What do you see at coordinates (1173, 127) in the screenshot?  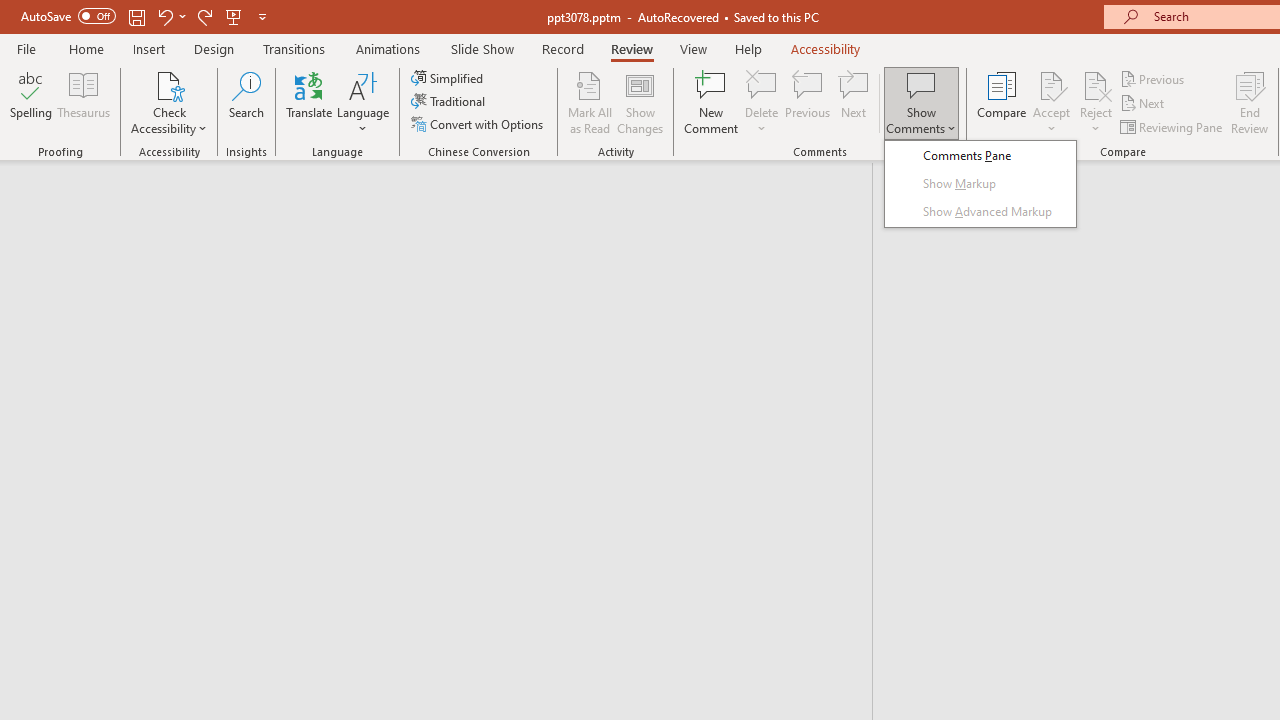 I see `'Reviewing Pane'` at bounding box center [1173, 127].